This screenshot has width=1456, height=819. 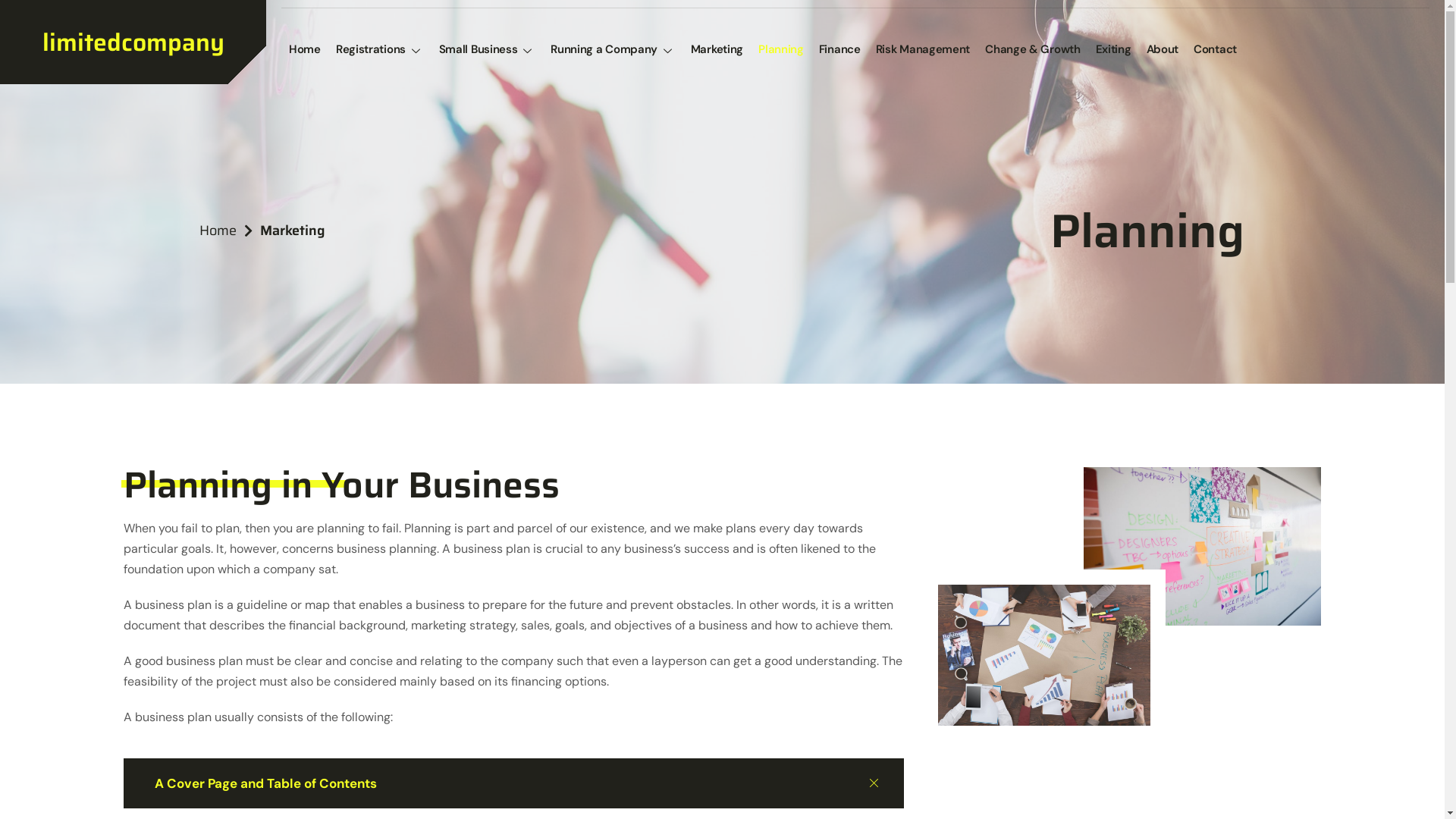 What do you see at coordinates (379, 49) in the screenshot?
I see `'Registrations'` at bounding box center [379, 49].